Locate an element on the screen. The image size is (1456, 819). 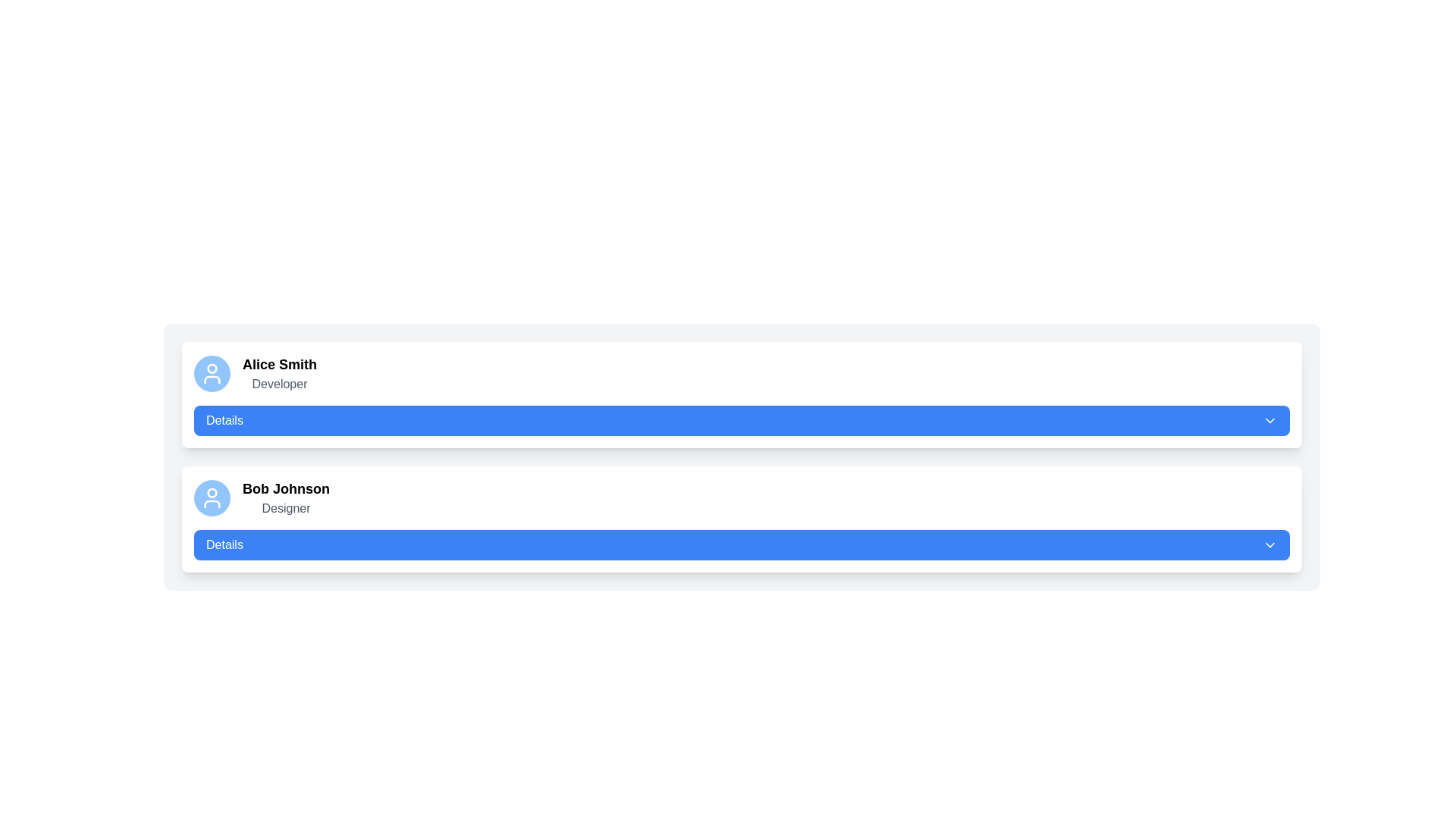
the downward-pointing chevron icon located in the top-right corner of the 'Details' button for 'Alice Smith, Developer' is located at coordinates (1270, 421).